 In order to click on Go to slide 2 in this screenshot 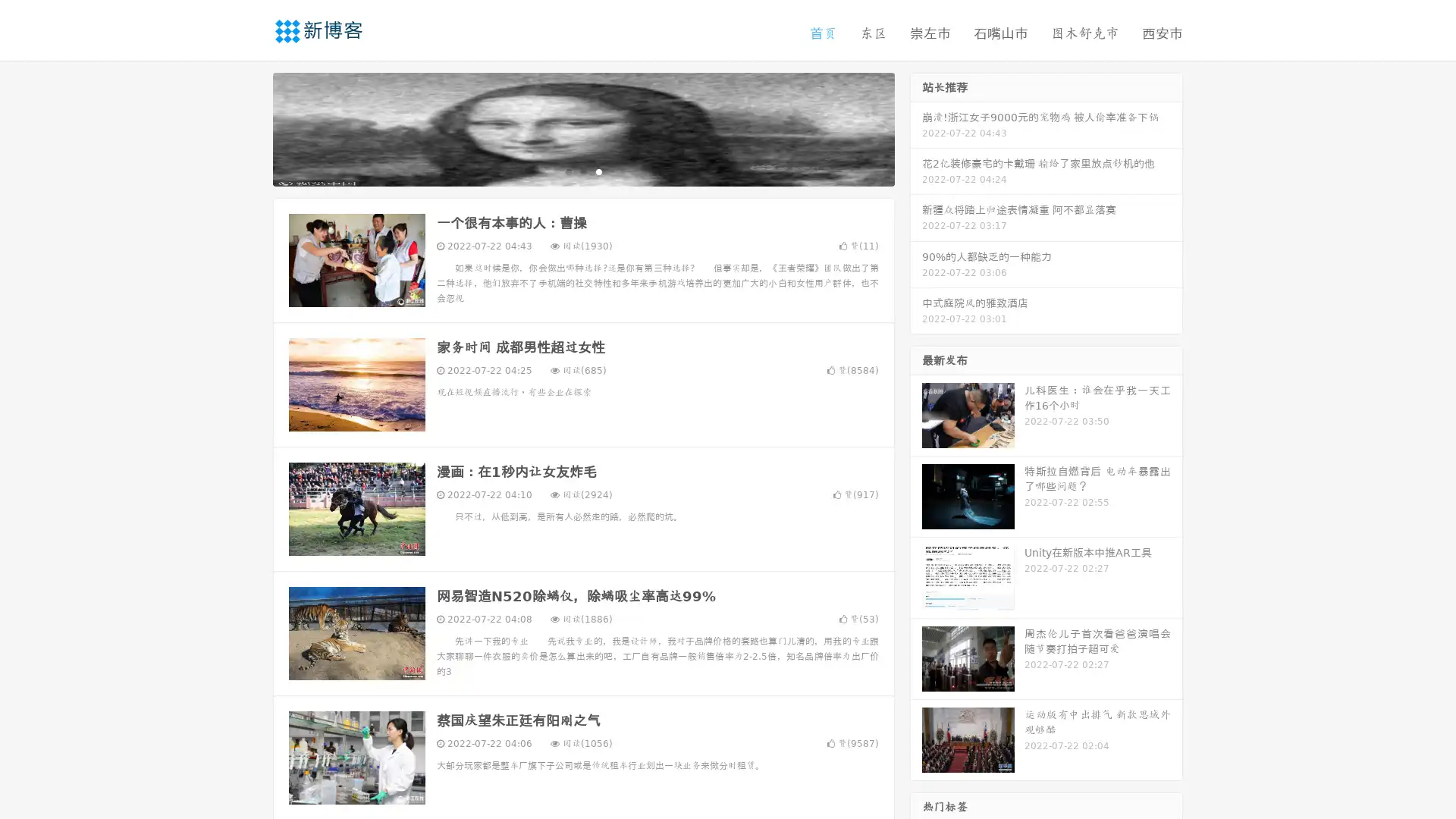, I will do `click(582, 171)`.